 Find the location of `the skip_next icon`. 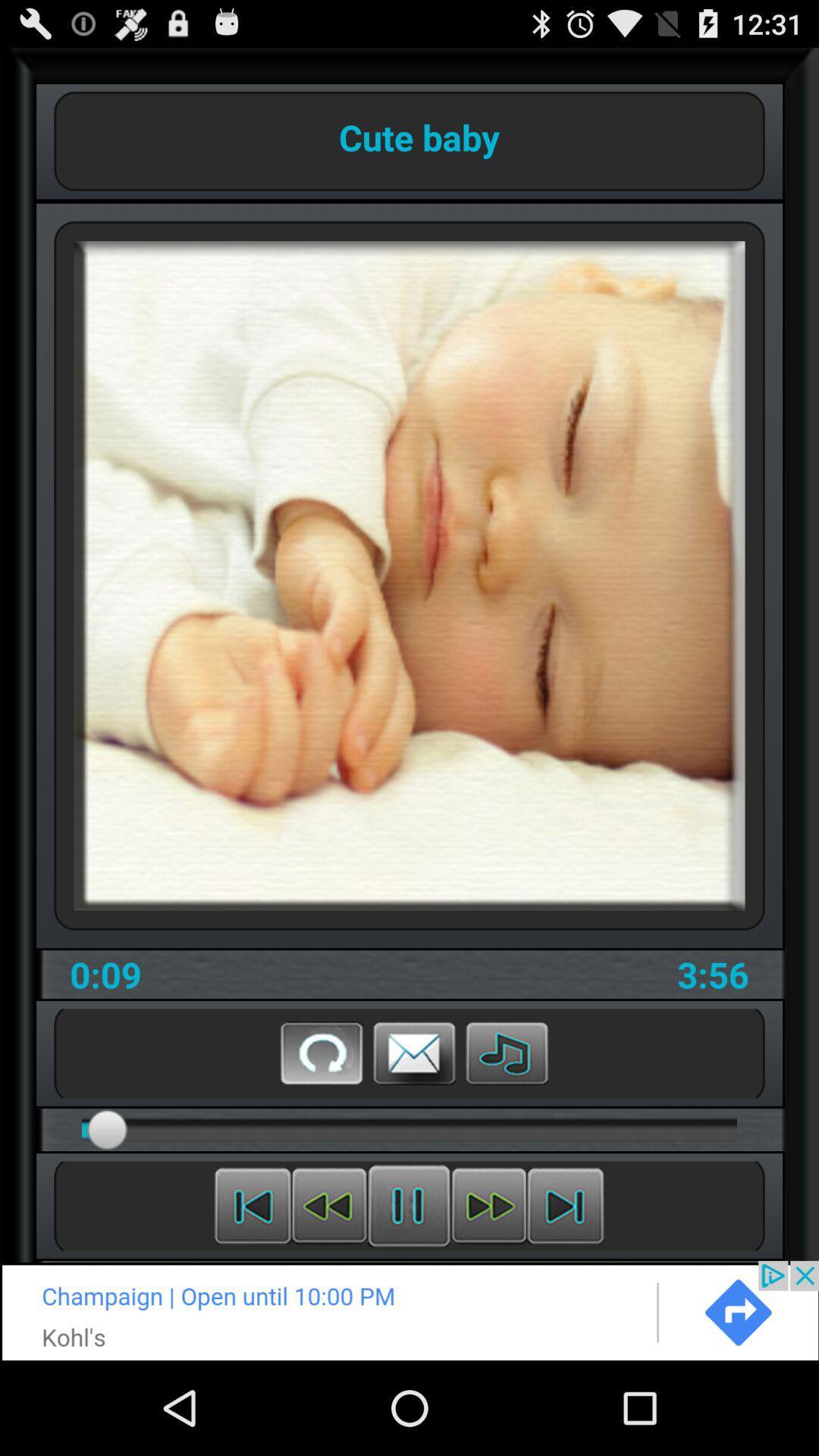

the skip_next icon is located at coordinates (565, 1290).